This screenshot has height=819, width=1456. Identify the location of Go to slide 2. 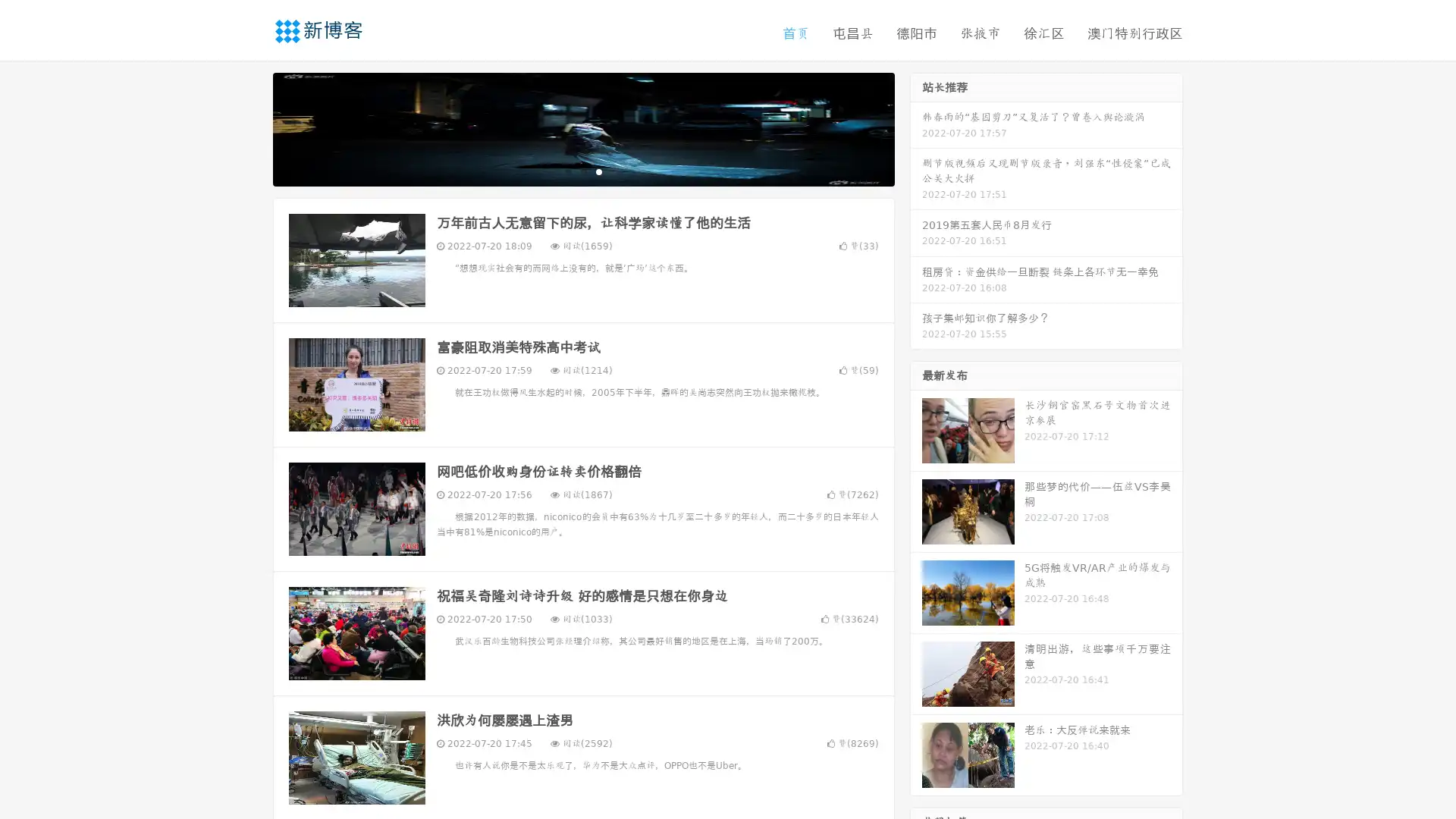
(582, 171).